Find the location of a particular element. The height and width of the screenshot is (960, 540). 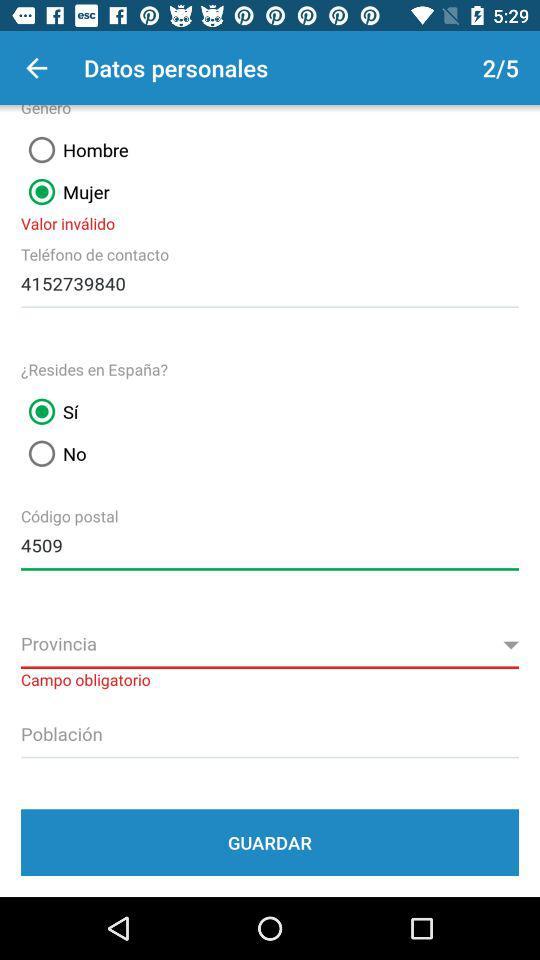

guardar is located at coordinates (270, 841).